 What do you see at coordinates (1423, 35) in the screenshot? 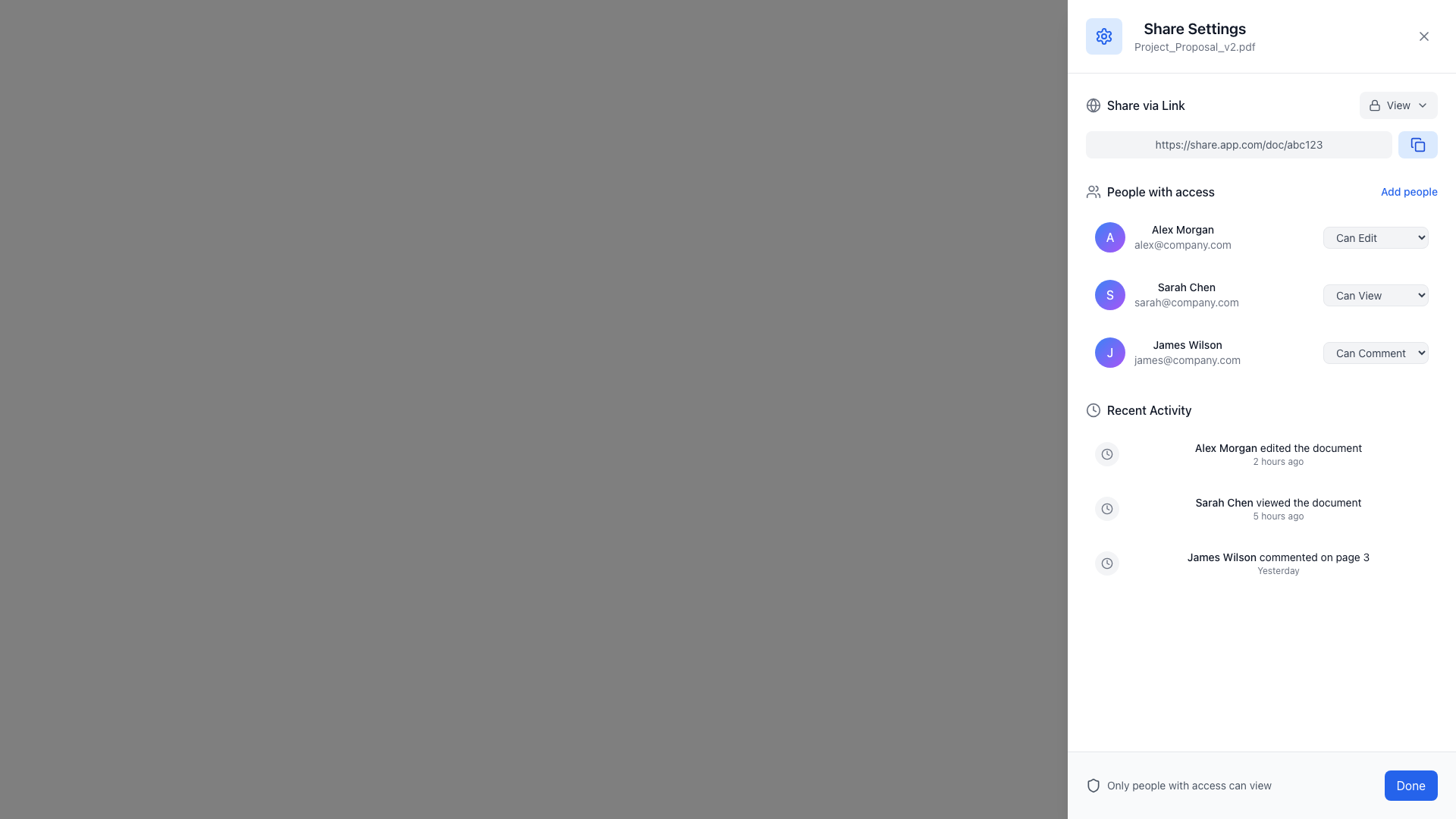
I see `the SVG icon depicting a cross (X) shape located in the top-right corner of the sidebar adjacent to the 'Share Settings' header text` at bounding box center [1423, 35].